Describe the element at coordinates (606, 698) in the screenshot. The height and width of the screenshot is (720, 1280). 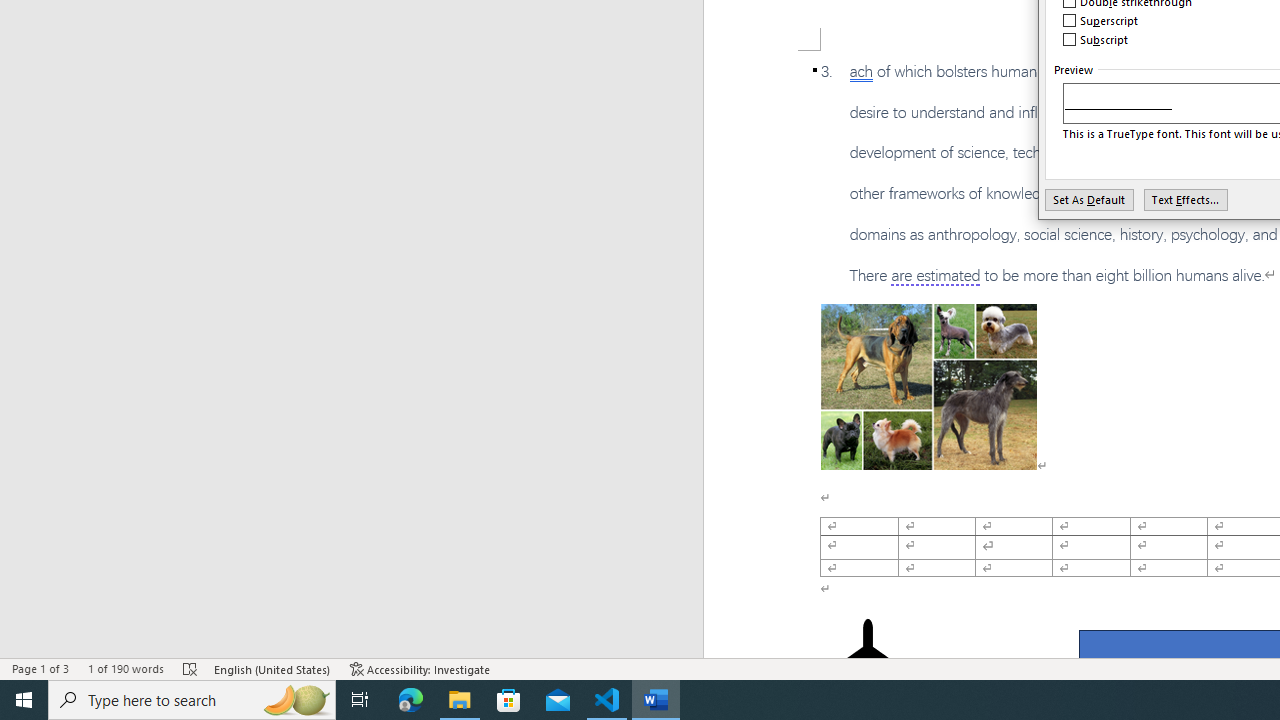
I see `'Visual Studio Code - 1 running window'` at that location.